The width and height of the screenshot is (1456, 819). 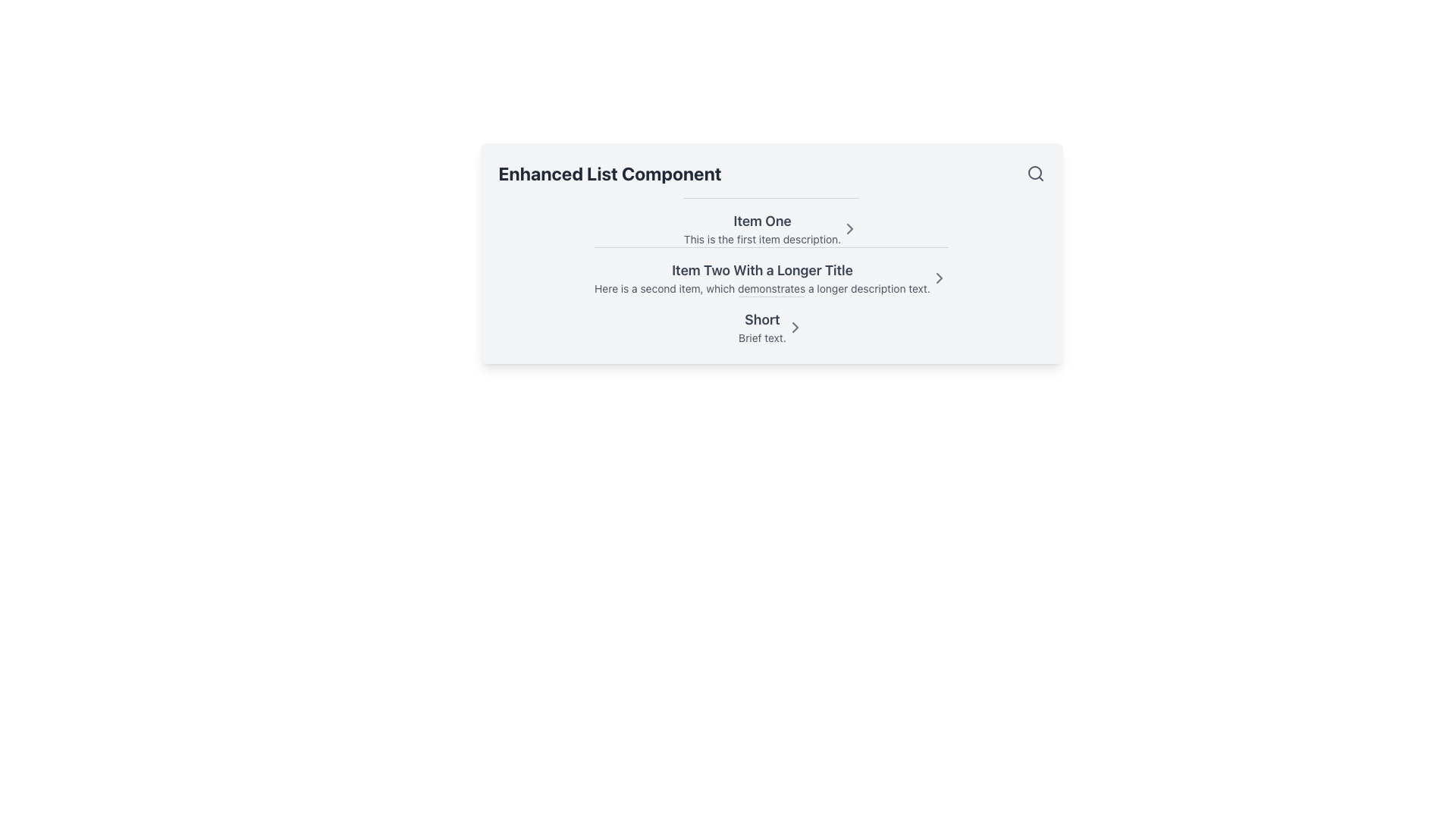 What do you see at coordinates (938, 278) in the screenshot?
I see `the right-facing chevron icon styled in gray, located to the far right of the textual item 'Item Two With a Longer Title'` at bounding box center [938, 278].